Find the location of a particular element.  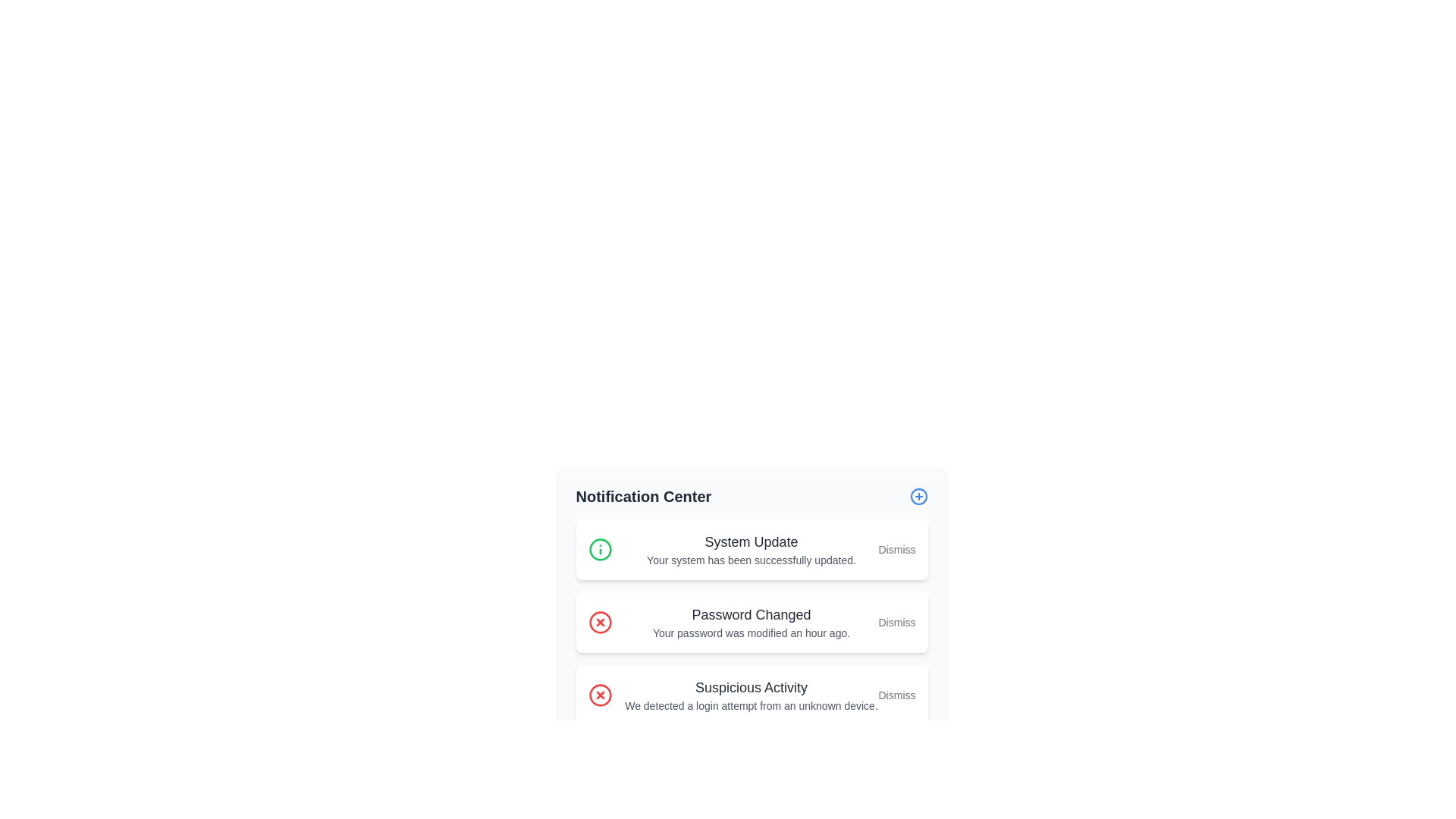

details of the 'Password Changed' notification, which includes the title in bold and a description about the password modification, located in the Notification Center is located at coordinates (752, 623).